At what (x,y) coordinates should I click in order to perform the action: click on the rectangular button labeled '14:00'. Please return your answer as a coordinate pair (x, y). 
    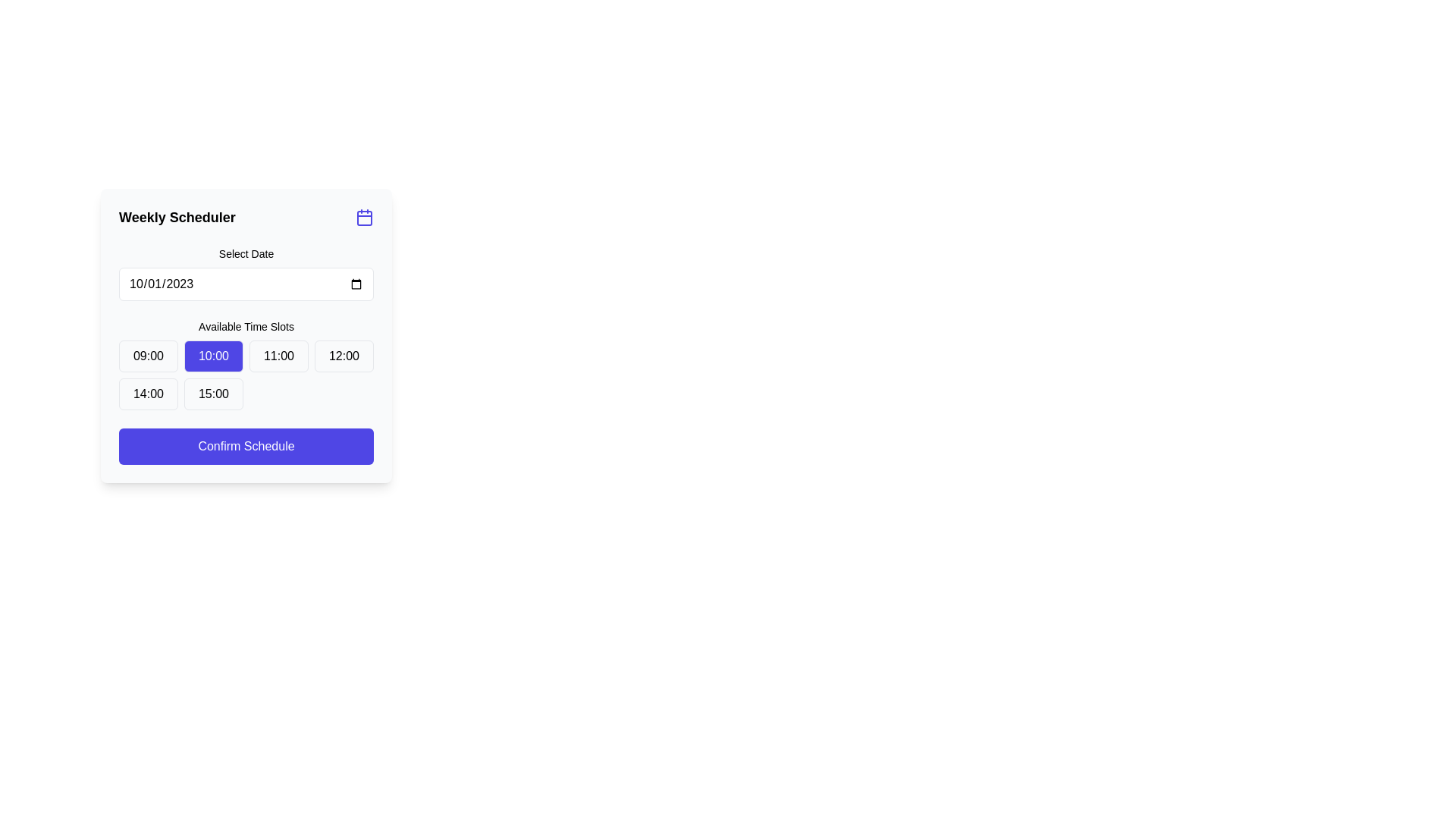
    Looking at the image, I should click on (149, 394).